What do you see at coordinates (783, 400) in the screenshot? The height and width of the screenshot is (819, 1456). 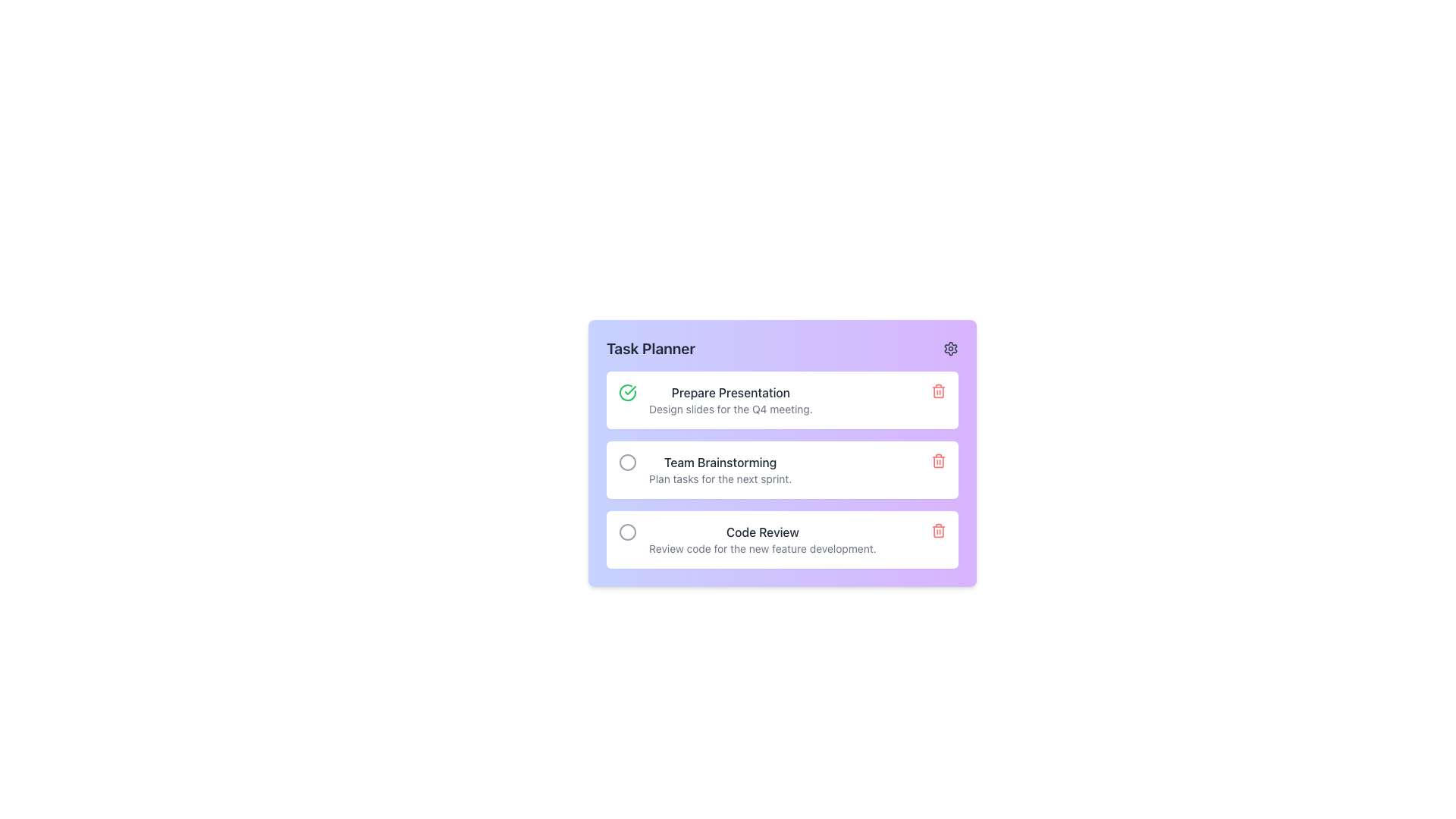 I see `the 'Prepare Presentation' task item block` at bounding box center [783, 400].